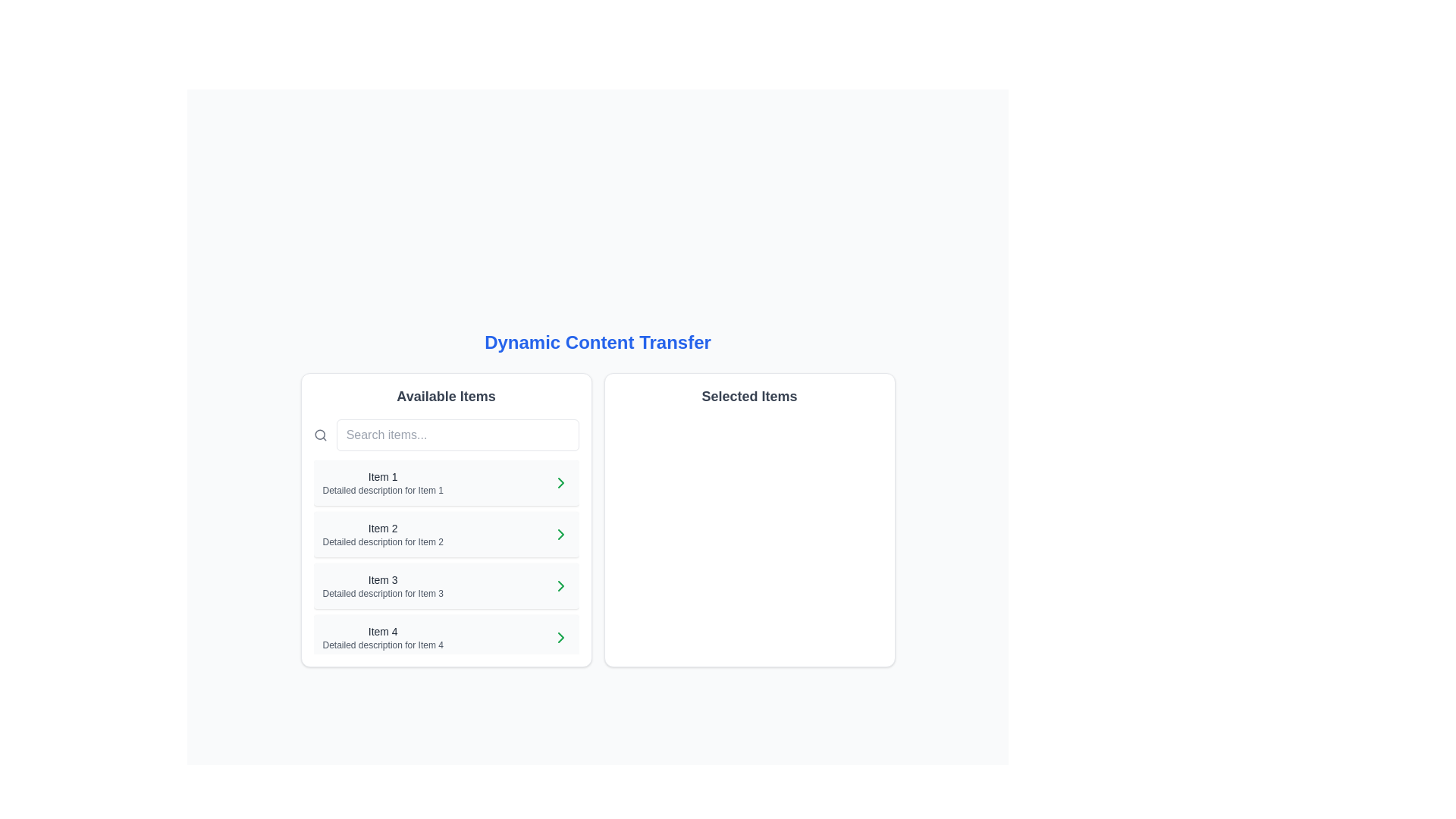 Image resolution: width=1456 pixels, height=819 pixels. Describe the element at coordinates (383, 645) in the screenshot. I see `the text label displaying 'Detailed description for Item 4' located beneath the 'Item 4' title in the 'Available Items' section` at that location.